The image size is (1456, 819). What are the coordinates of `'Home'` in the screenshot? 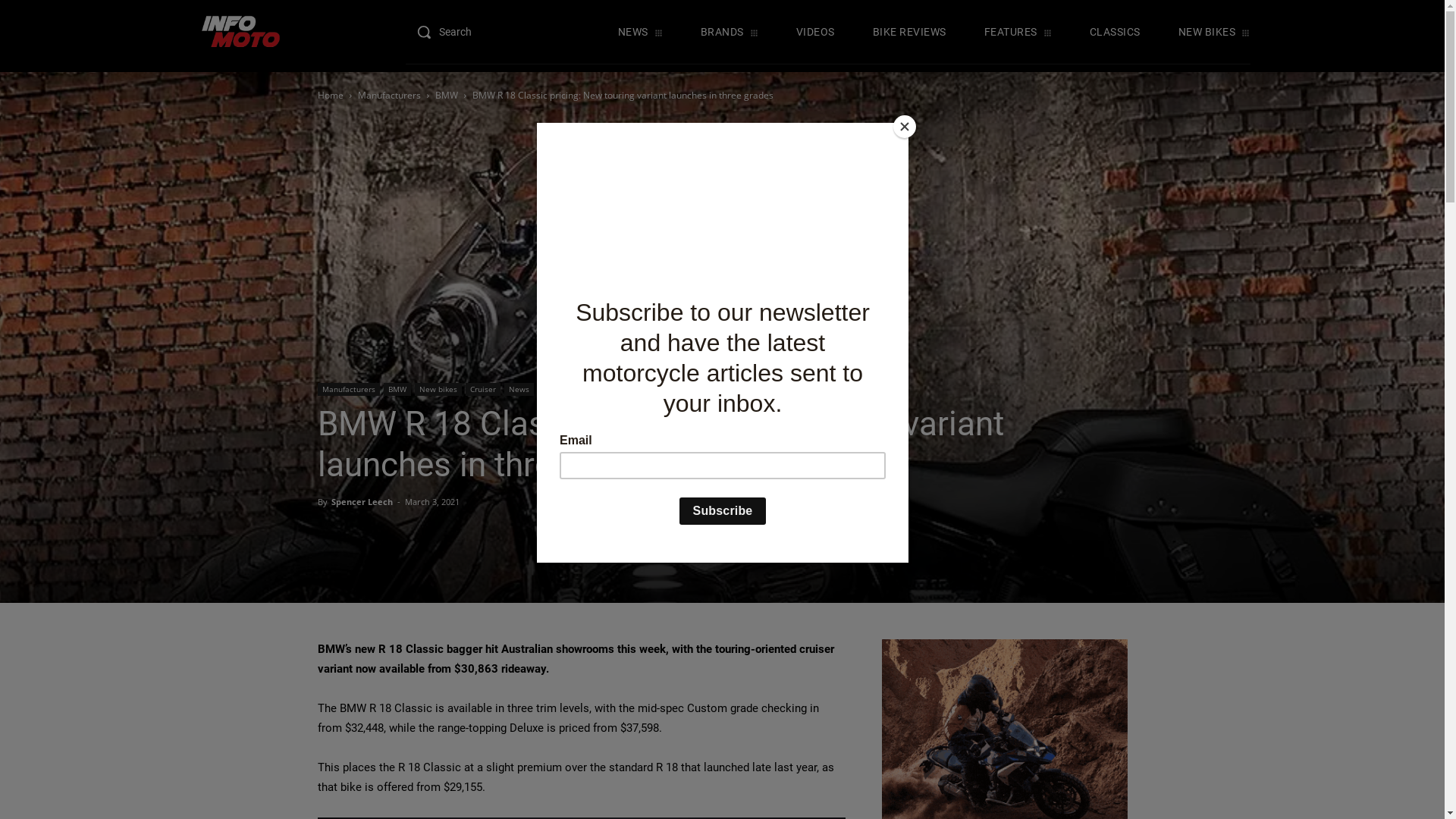 It's located at (329, 95).